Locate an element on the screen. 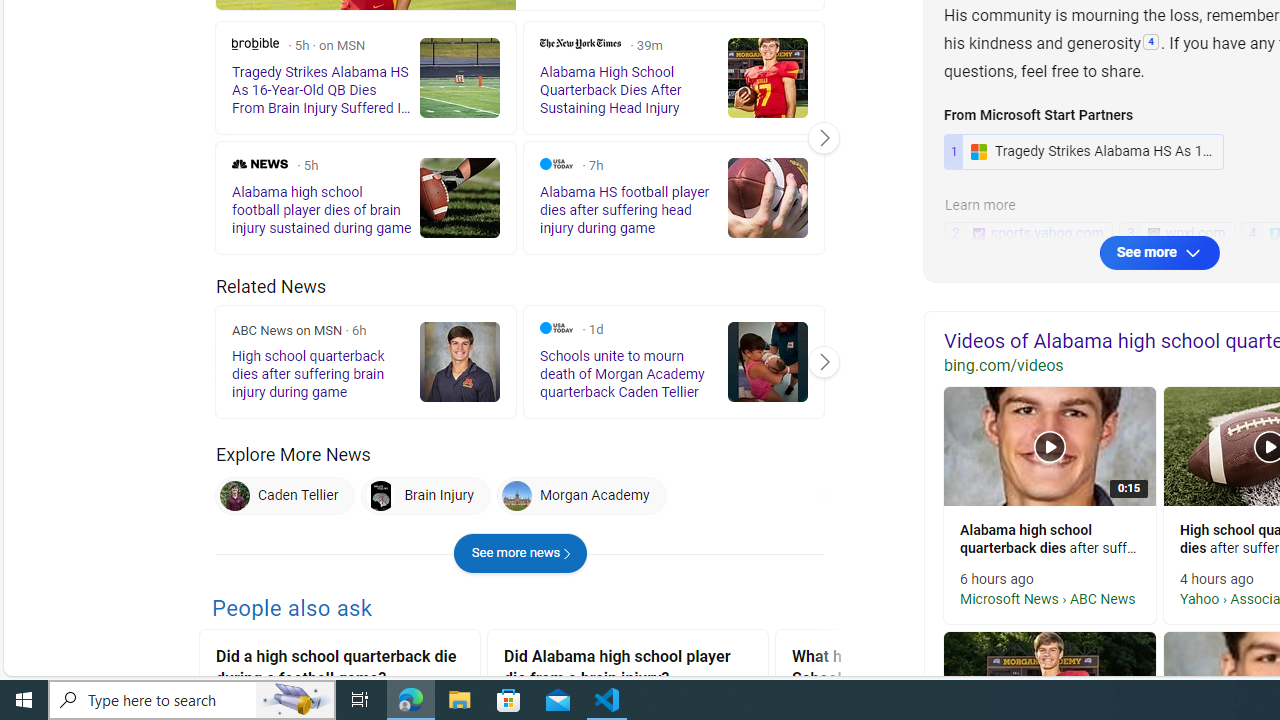 This screenshot has width=1280, height=720. 'Caden Tellier Caden Tellier' is located at coordinates (284, 495).